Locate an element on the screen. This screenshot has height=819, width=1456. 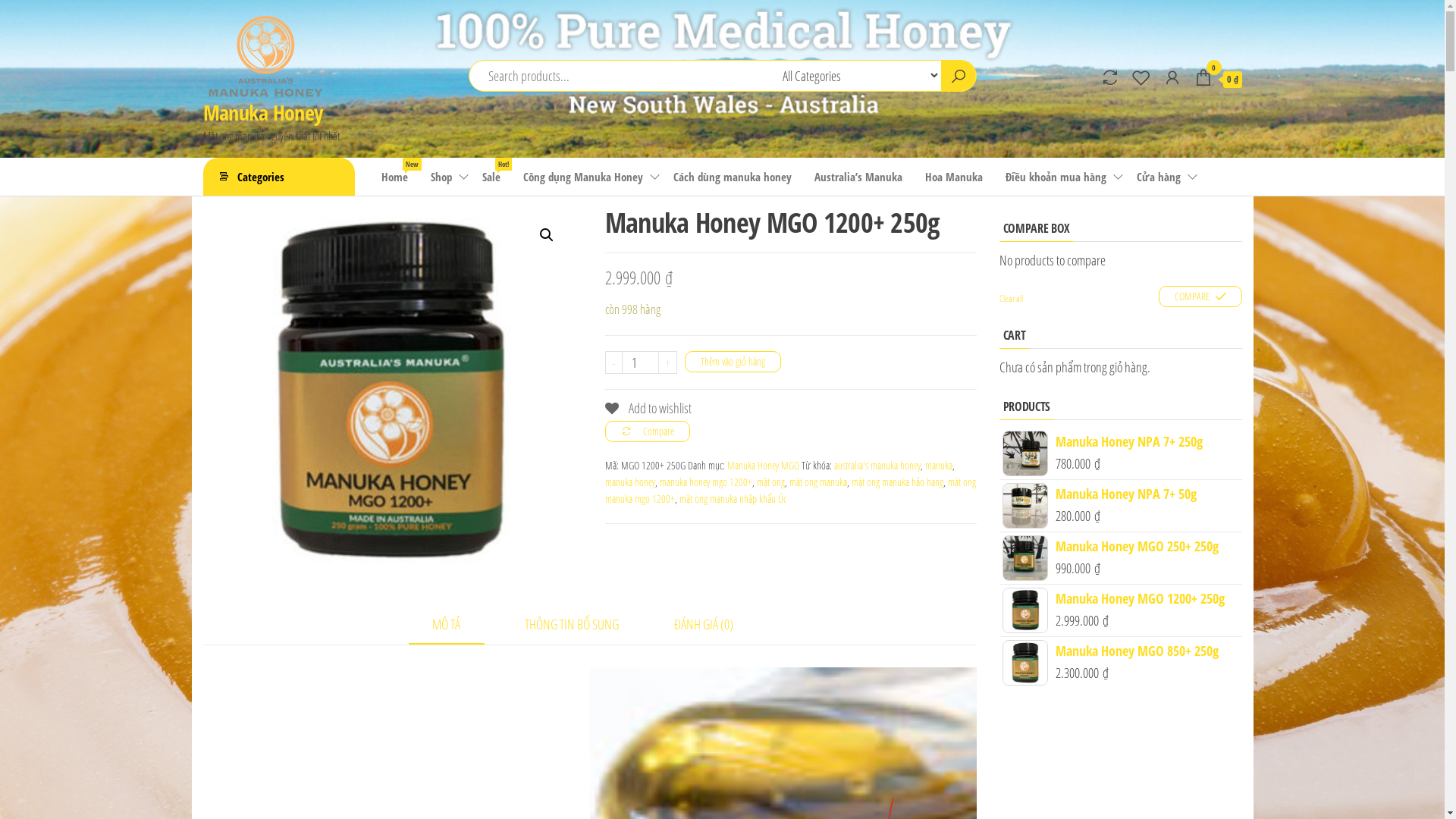
'manuka honey' is located at coordinates (629, 482).